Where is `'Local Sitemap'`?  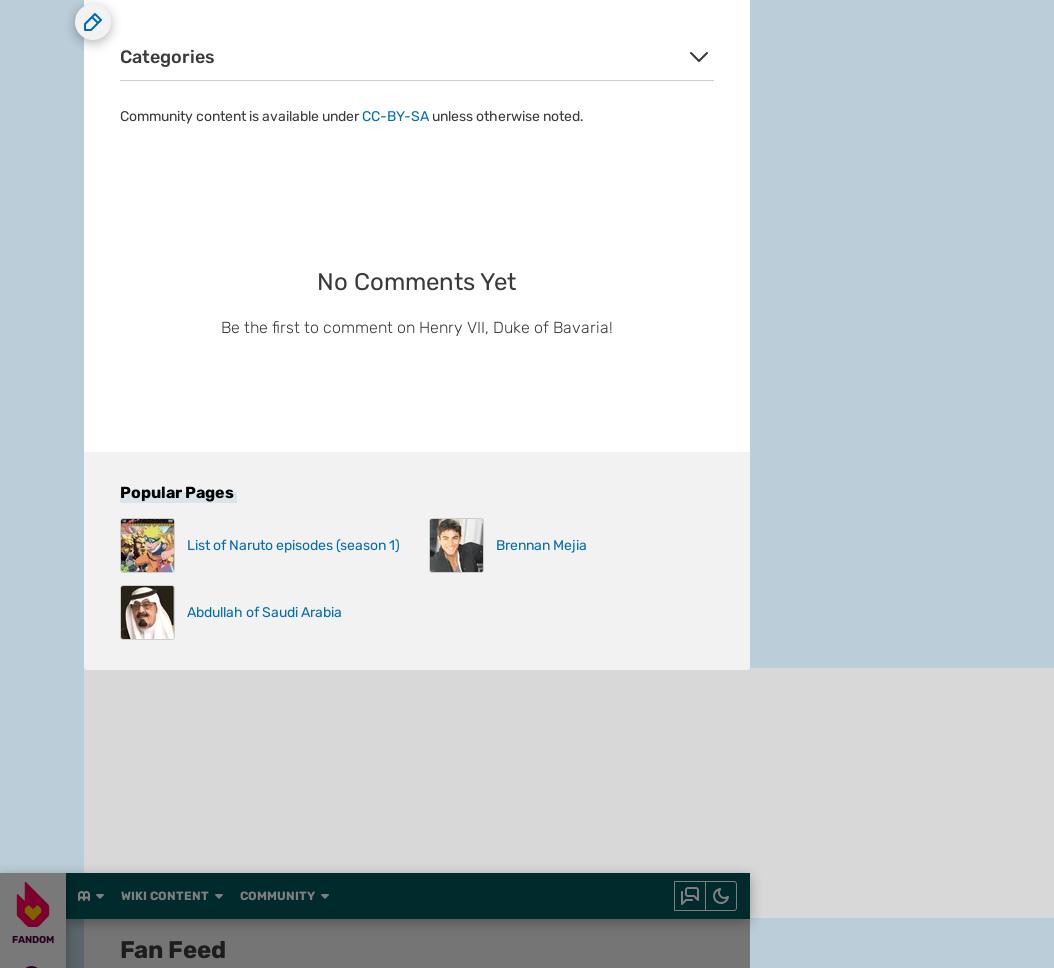 'Local Sitemap' is located at coordinates (476, 371).